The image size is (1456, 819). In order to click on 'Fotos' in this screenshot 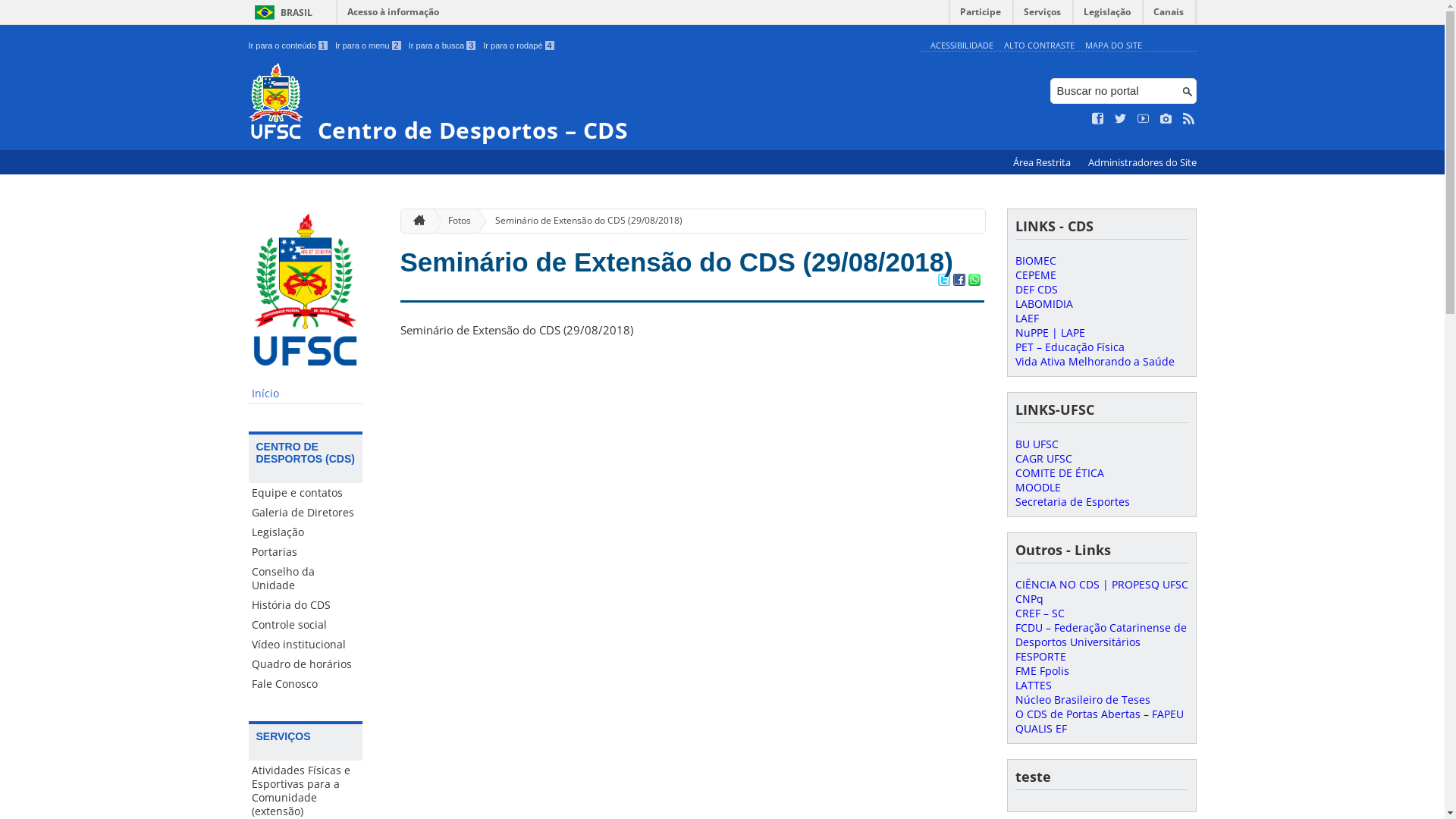, I will do `click(453, 221)`.